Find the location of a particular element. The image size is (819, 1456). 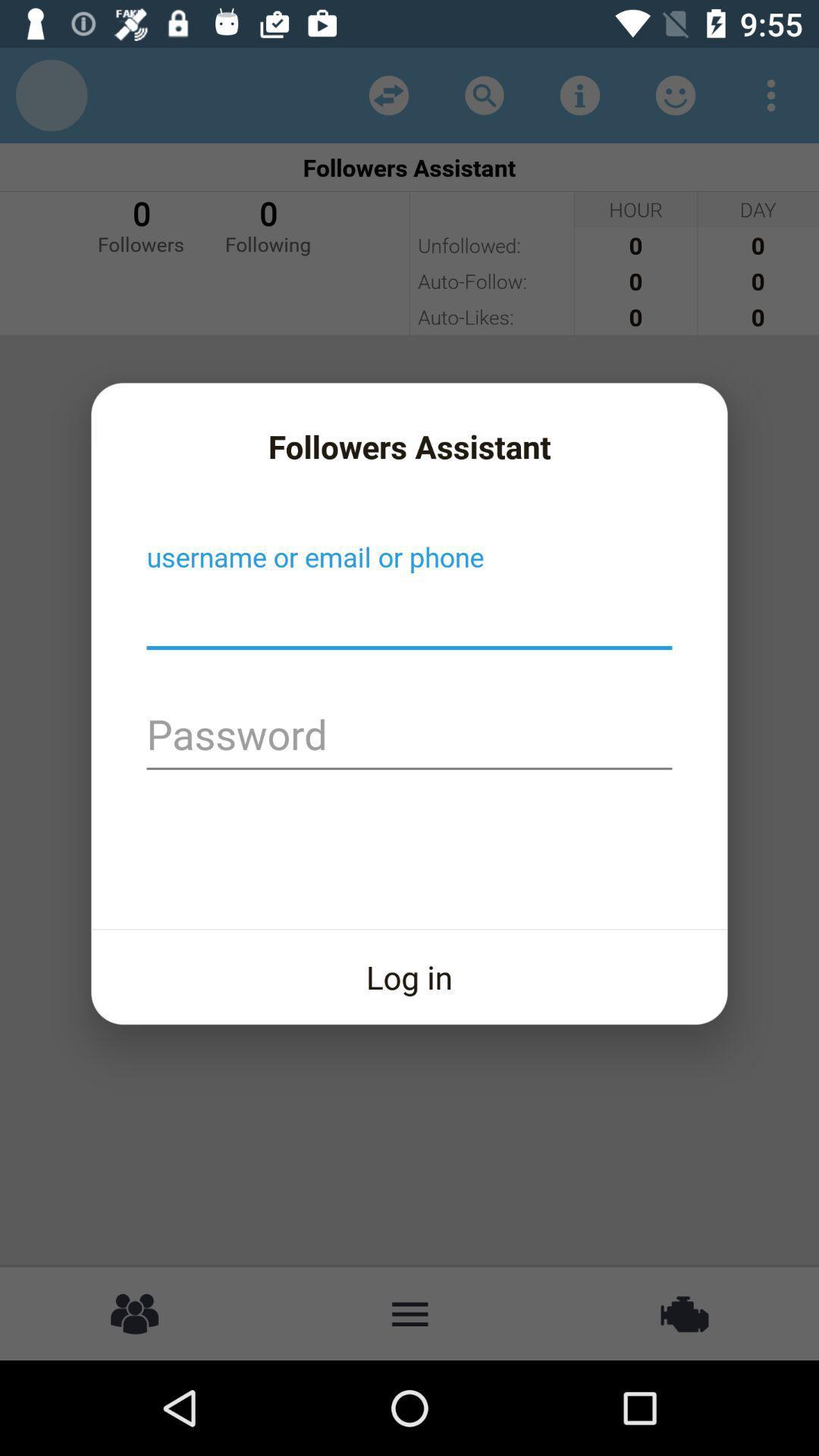

given to the bassword is located at coordinates (409, 736).